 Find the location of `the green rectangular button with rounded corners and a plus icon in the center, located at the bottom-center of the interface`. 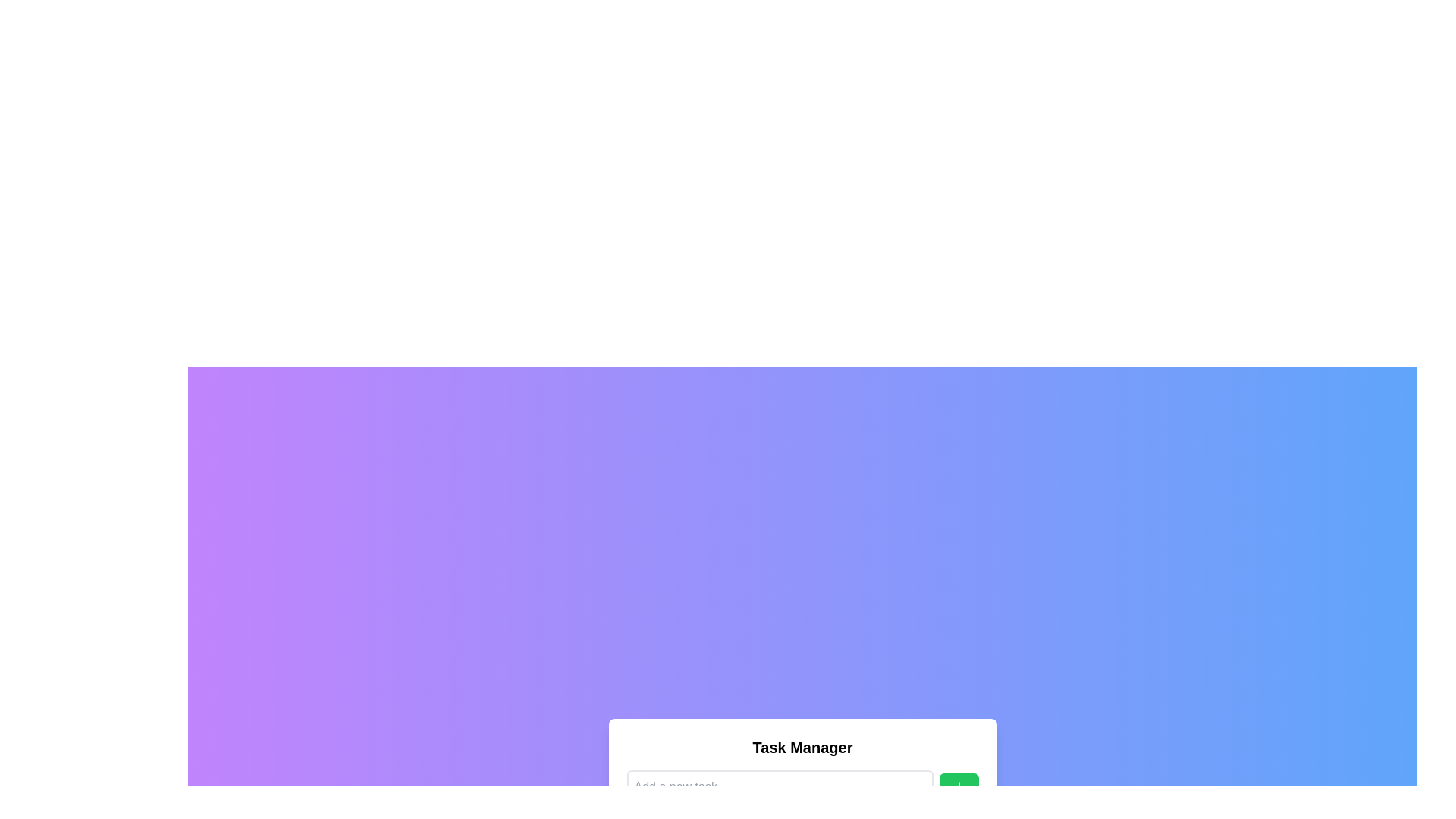

the green rectangular button with rounded corners and a plus icon in the center, located at the bottom-center of the interface is located at coordinates (958, 786).